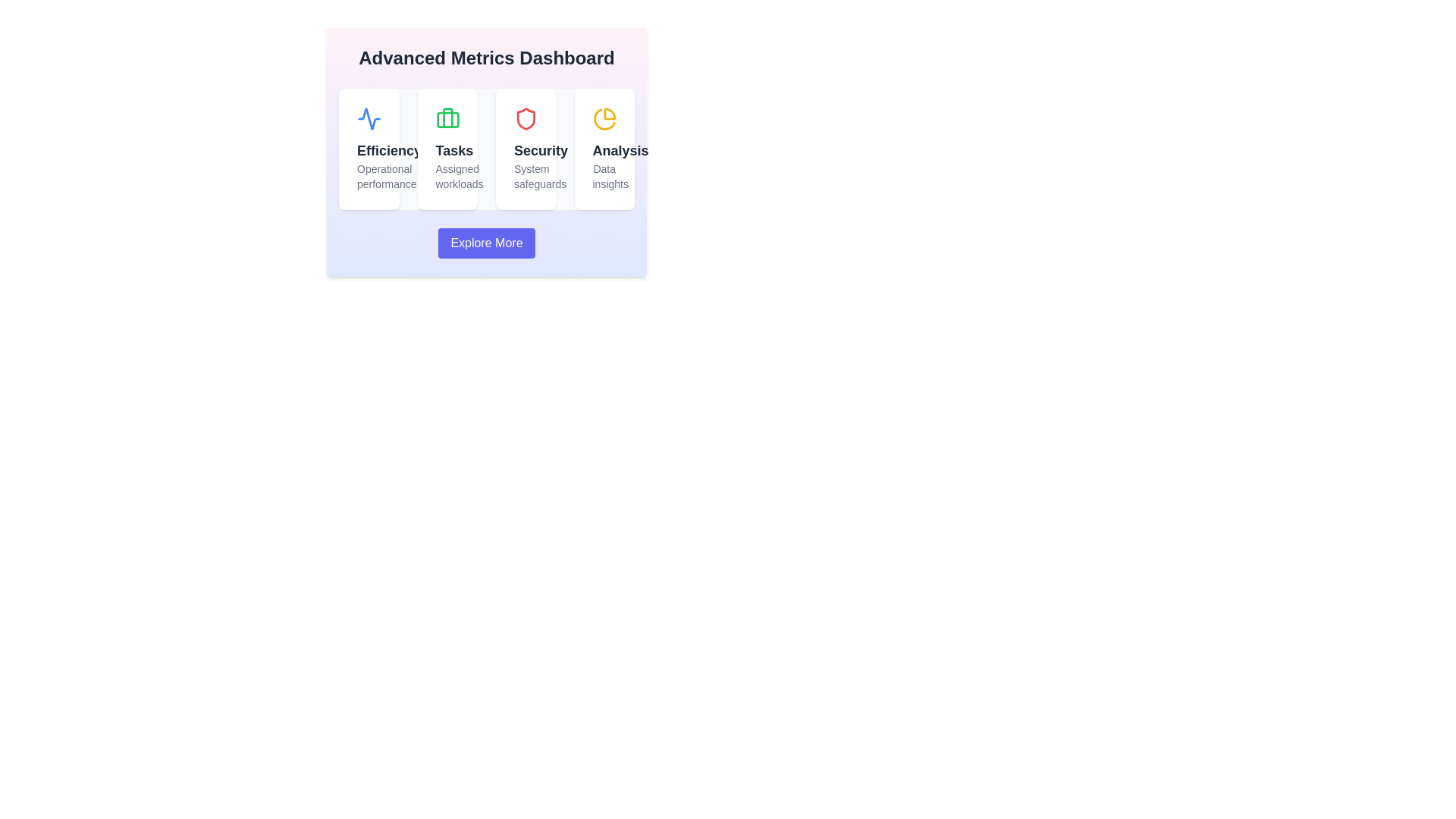 This screenshot has height=819, width=1456. Describe the element at coordinates (447, 175) in the screenshot. I see `the 'Assigned workloads' text label, which is the second caption within the 'Tasks' card, positioned below the 'Tasks' header in the 'Advanced Metrics Dashboard'` at that location.